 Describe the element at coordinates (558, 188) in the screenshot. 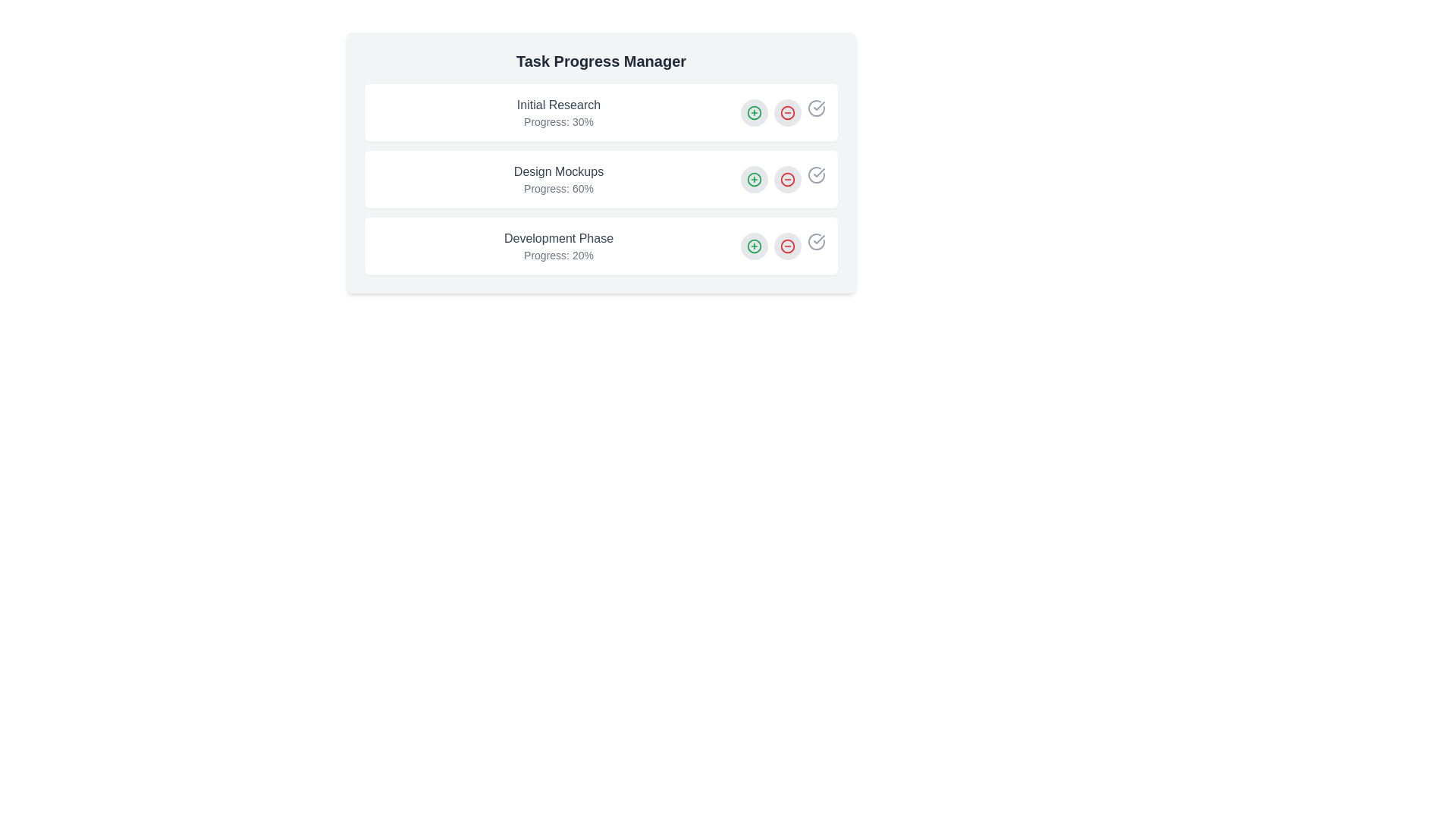

I see `the static text element displaying 'Progress: 60%' which is located below 'Design Mockups' in the middle task item of the list` at that location.